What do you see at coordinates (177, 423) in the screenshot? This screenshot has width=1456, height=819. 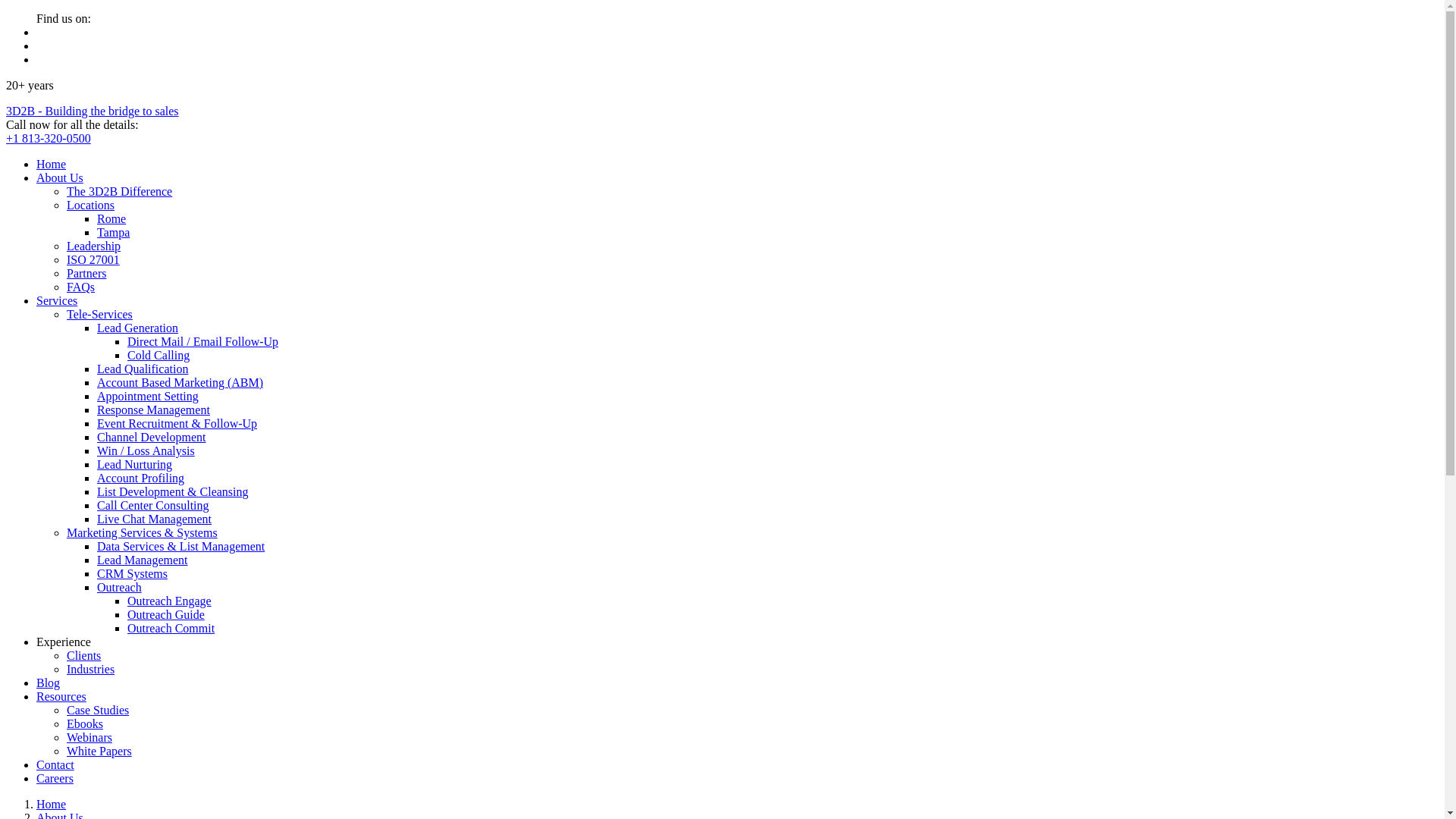 I see `'Event Recruitment & Follow-Up'` at bounding box center [177, 423].